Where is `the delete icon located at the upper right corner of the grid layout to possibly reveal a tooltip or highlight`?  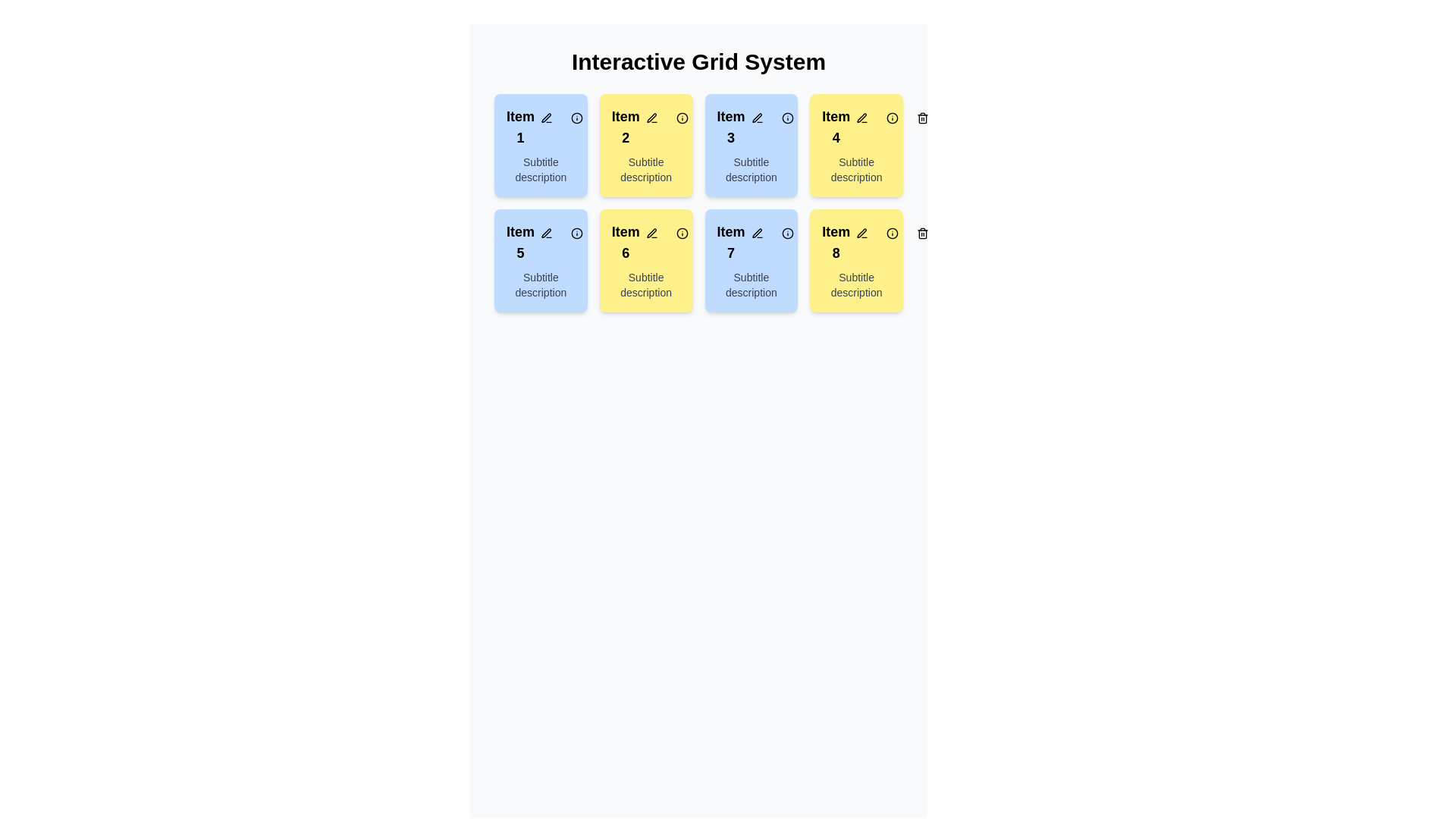
the delete icon located at the upper right corner of the grid layout to possibly reveal a tooltip or highlight is located at coordinates (922, 234).